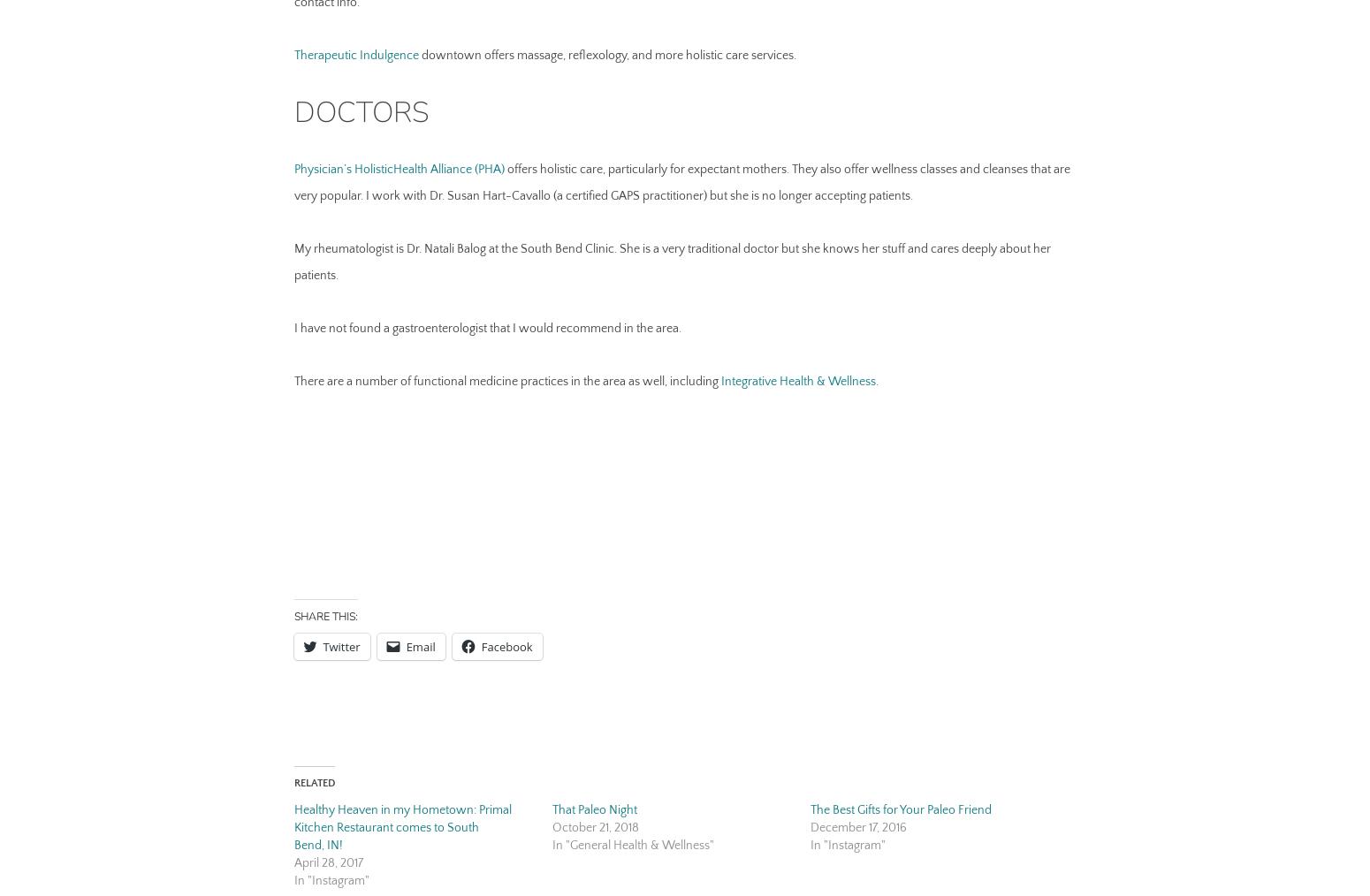 The width and height of the screenshot is (1370, 896). Describe the element at coordinates (487, 327) in the screenshot. I see `'I have not found a gastroenterologist that I would recommend in the area.'` at that location.